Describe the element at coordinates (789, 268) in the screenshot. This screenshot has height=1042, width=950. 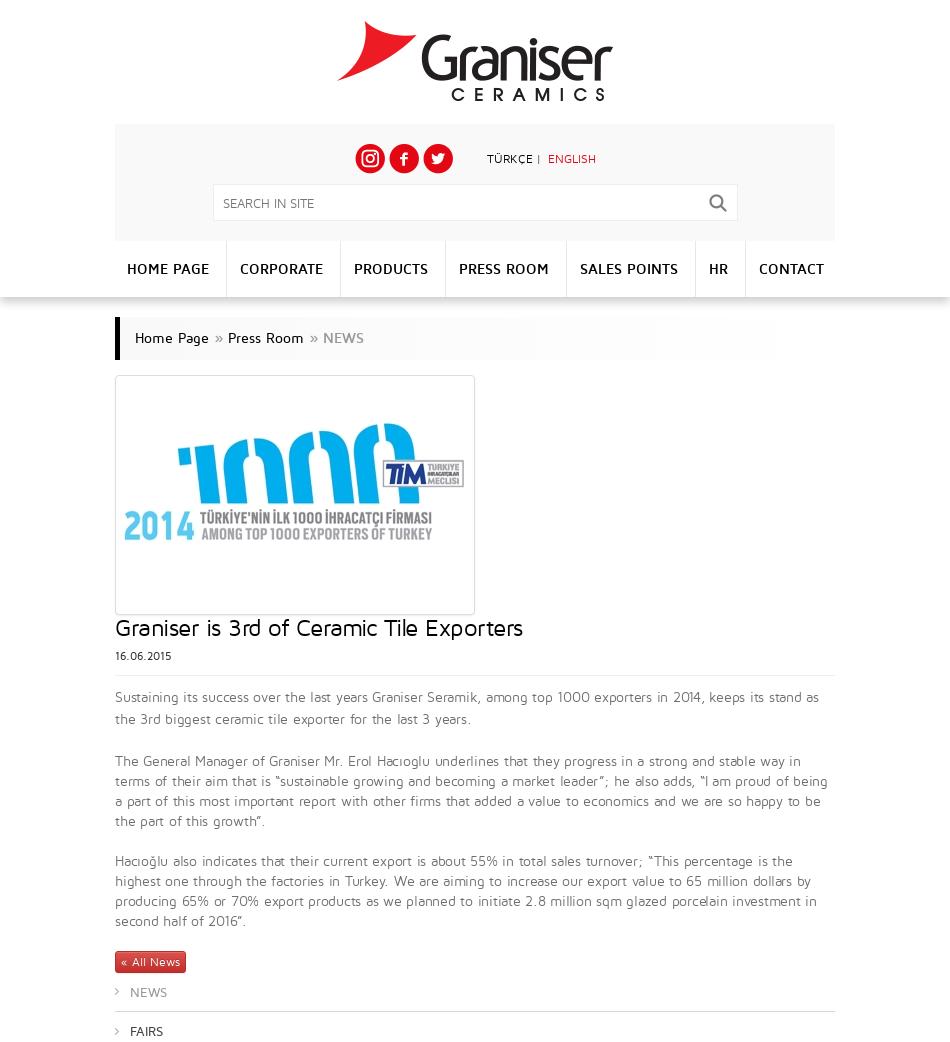
I see `'CONTACT'` at that location.